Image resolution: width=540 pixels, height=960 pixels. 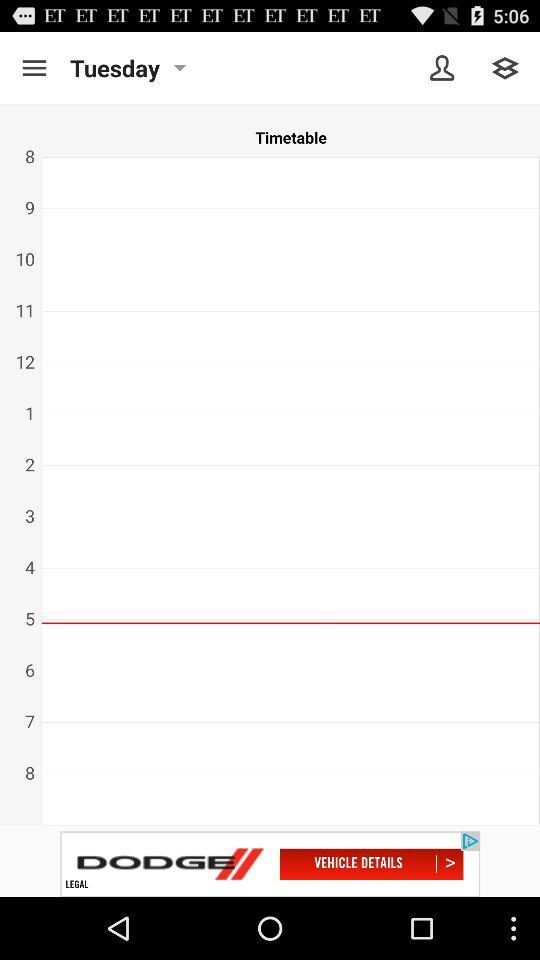 What do you see at coordinates (504, 68) in the screenshot?
I see `show layer` at bounding box center [504, 68].